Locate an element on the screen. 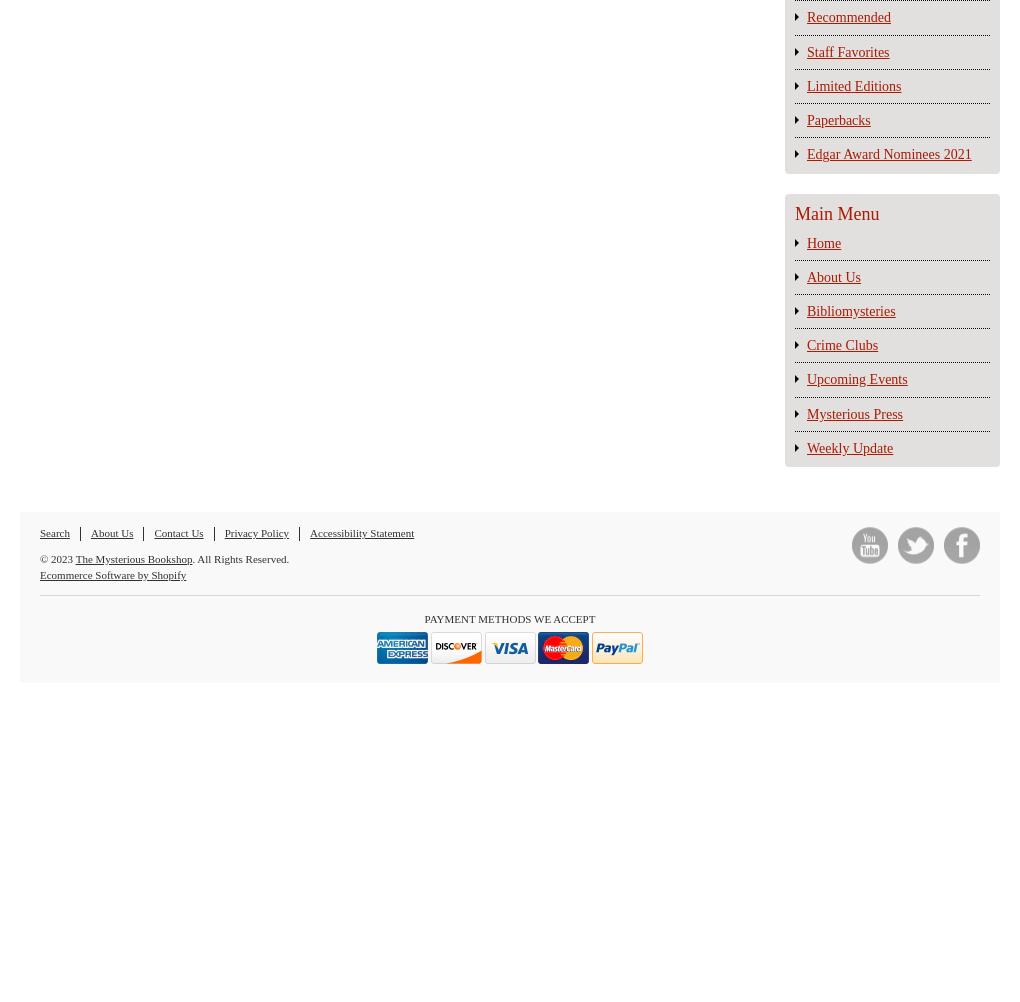  'Accessibility Statement' is located at coordinates (360, 532).